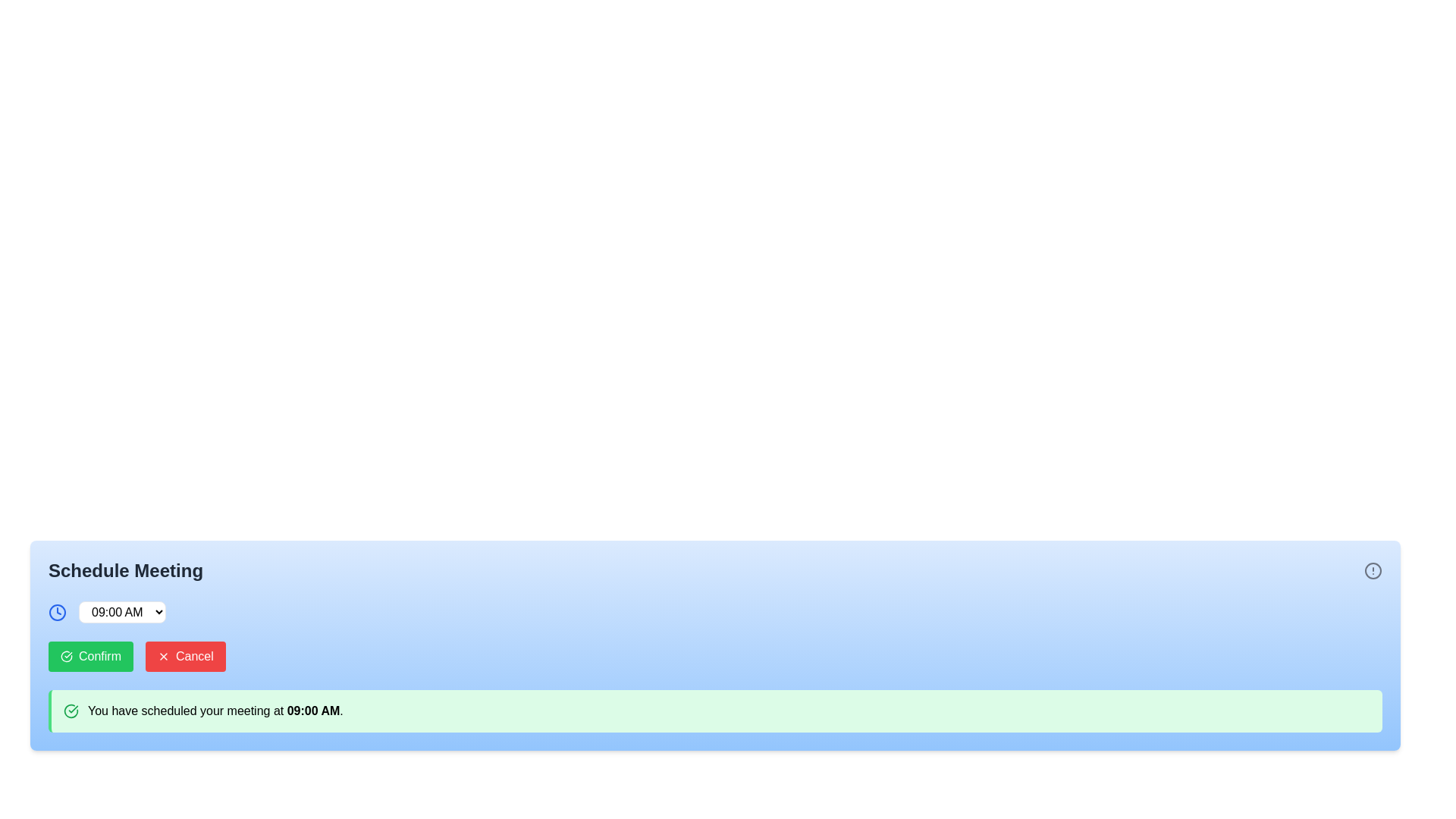 This screenshot has height=819, width=1456. I want to click on the clock icon, which is located at the leftmost position of a horizontal group, indicating time selection or scheduling functionality, so click(58, 611).